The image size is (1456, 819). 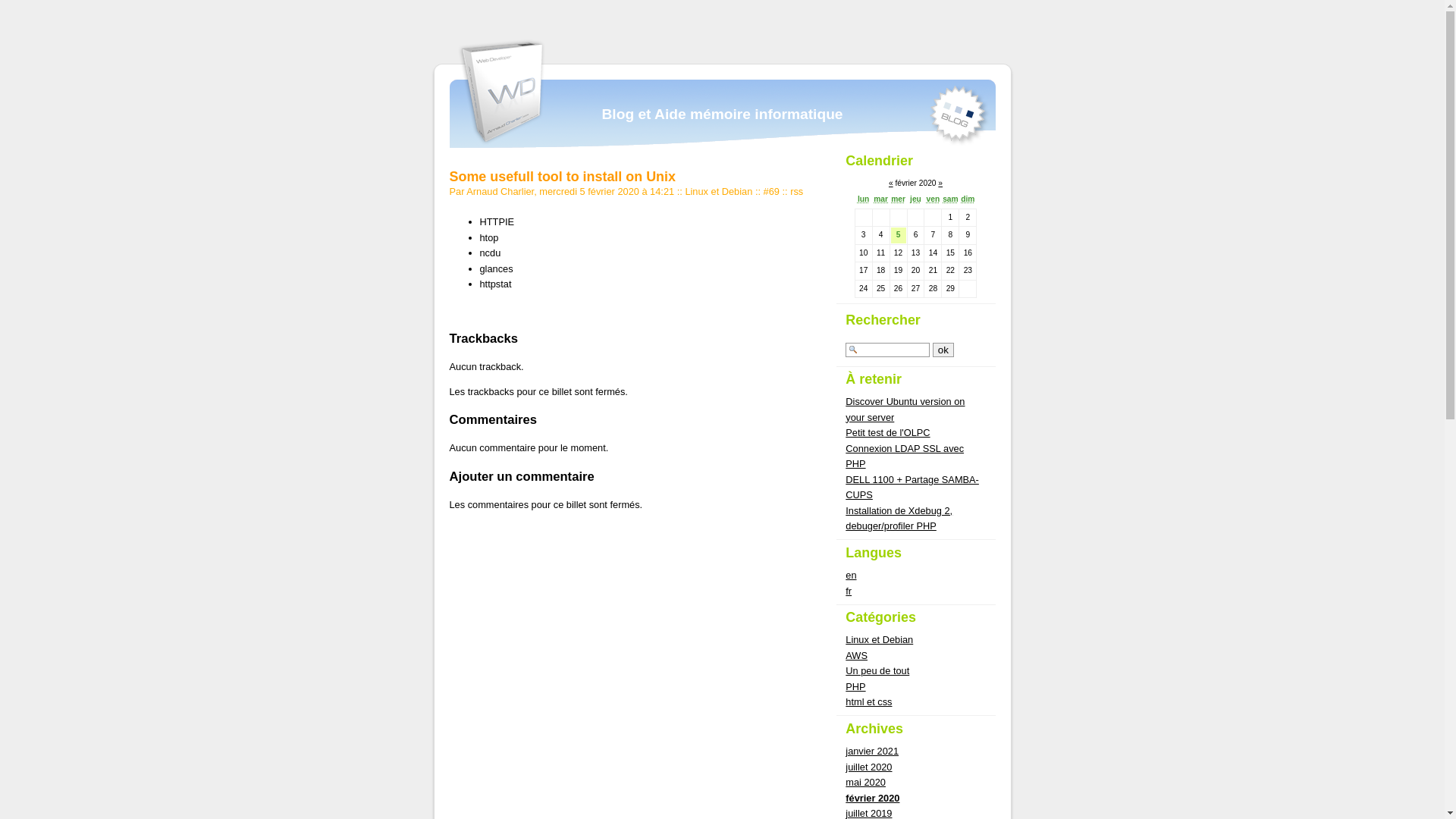 I want to click on 'Linux et Debian', so click(x=844, y=639).